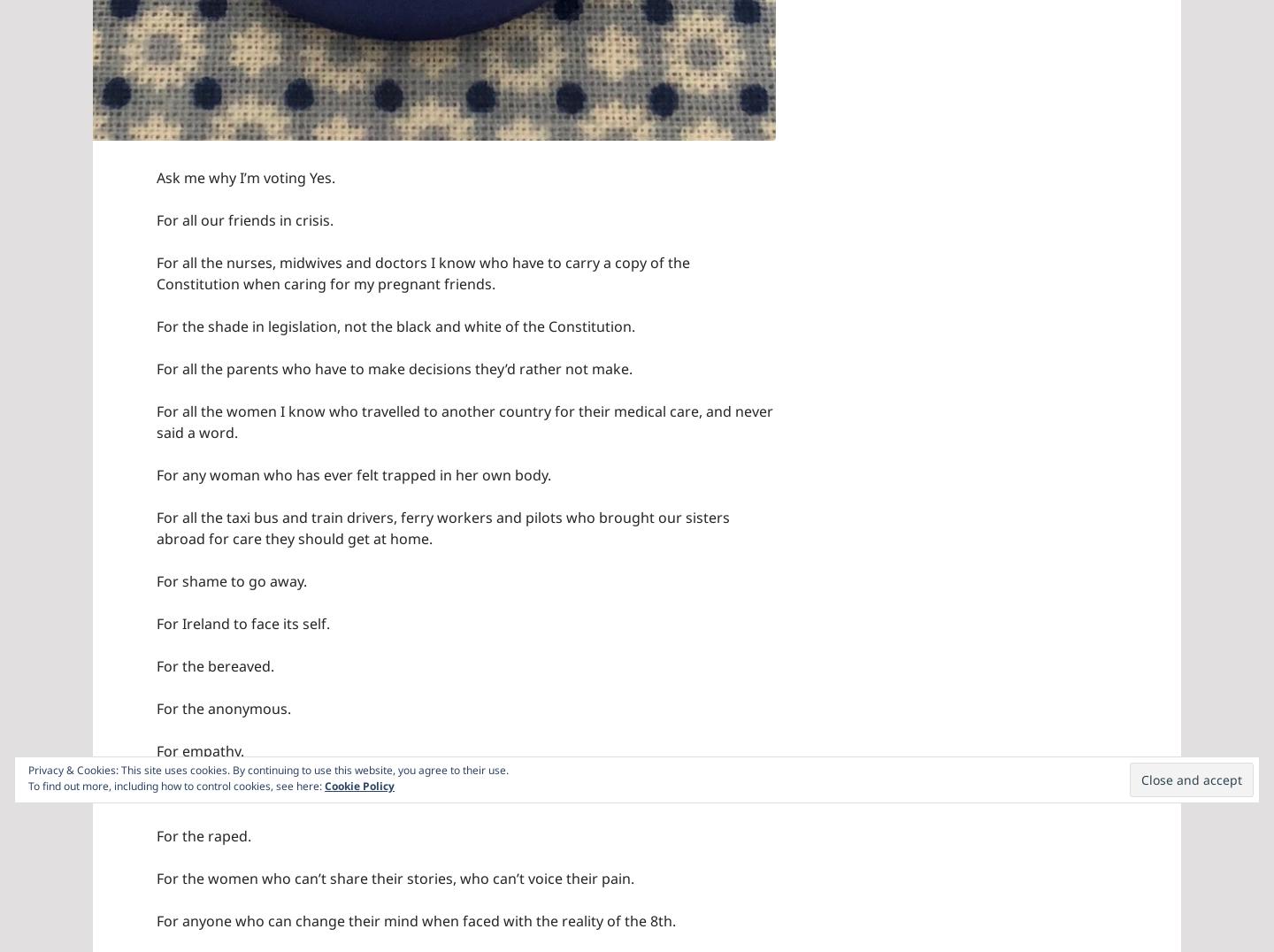  I want to click on 'For anyone who can change their mind when faced with the reality of the 8th.', so click(416, 919).